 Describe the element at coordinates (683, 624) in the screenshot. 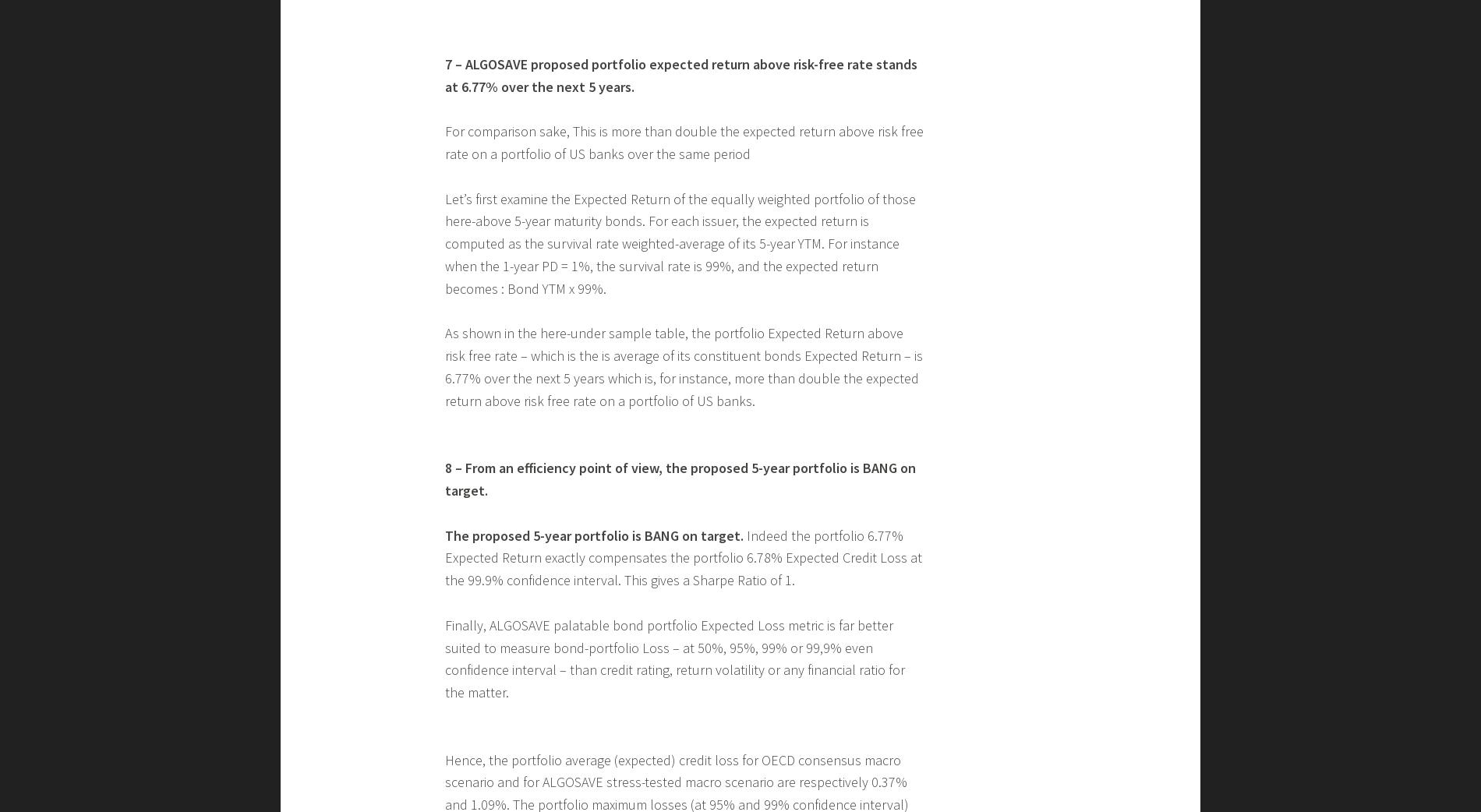

I see `'As shown in the here-under sample table, the portfolio Expected Return above risk free rate – which is the is average of its constituent bonds Expected Return – is 6.77% over the next 5 years which is, for instance, more than double the expected return above risk free rate on a portfolio of US banks.'` at that location.